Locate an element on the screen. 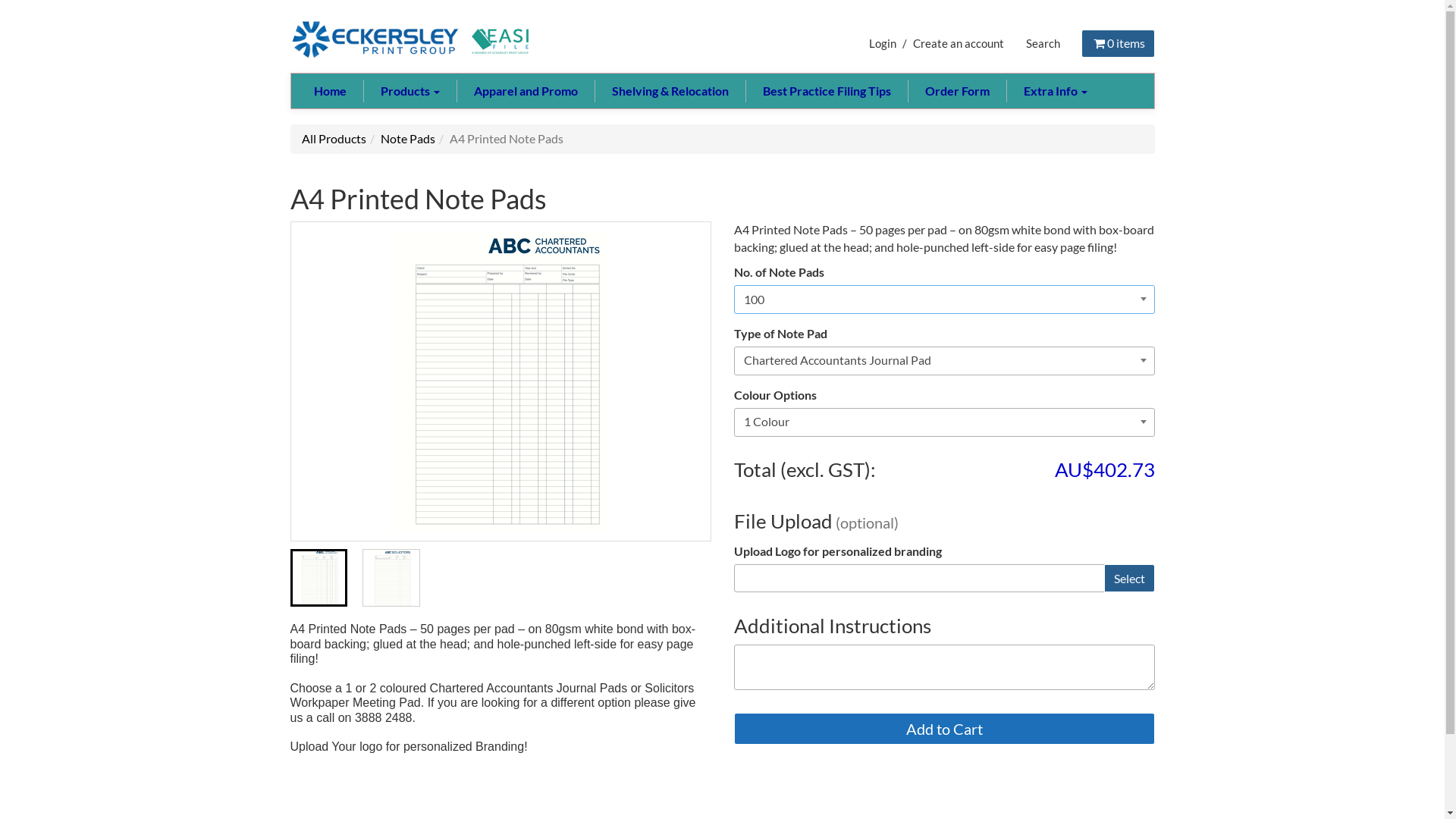 The height and width of the screenshot is (819, 1456). 'Apparel and Promo' is located at coordinates (525, 90).